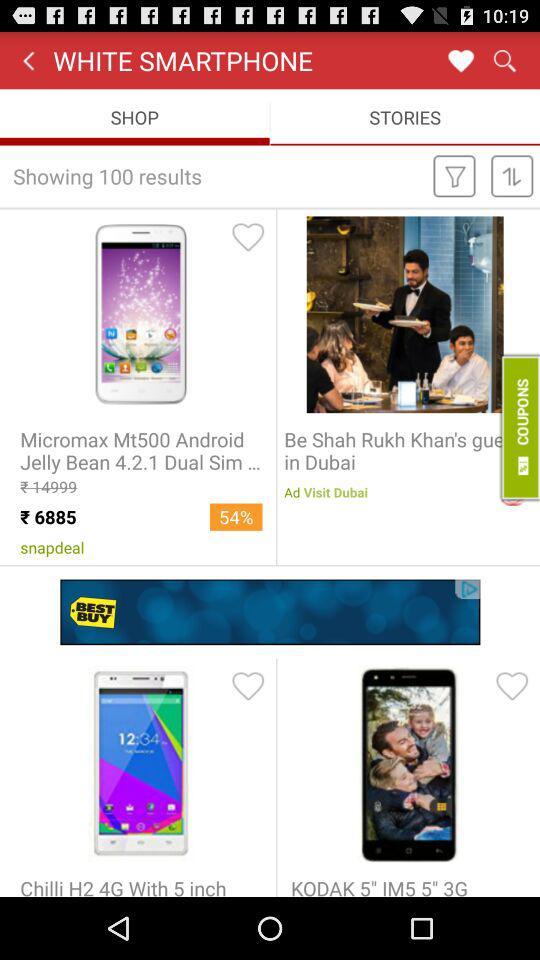 The height and width of the screenshot is (960, 540). What do you see at coordinates (503, 64) in the screenshot?
I see `the search icon` at bounding box center [503, 64].